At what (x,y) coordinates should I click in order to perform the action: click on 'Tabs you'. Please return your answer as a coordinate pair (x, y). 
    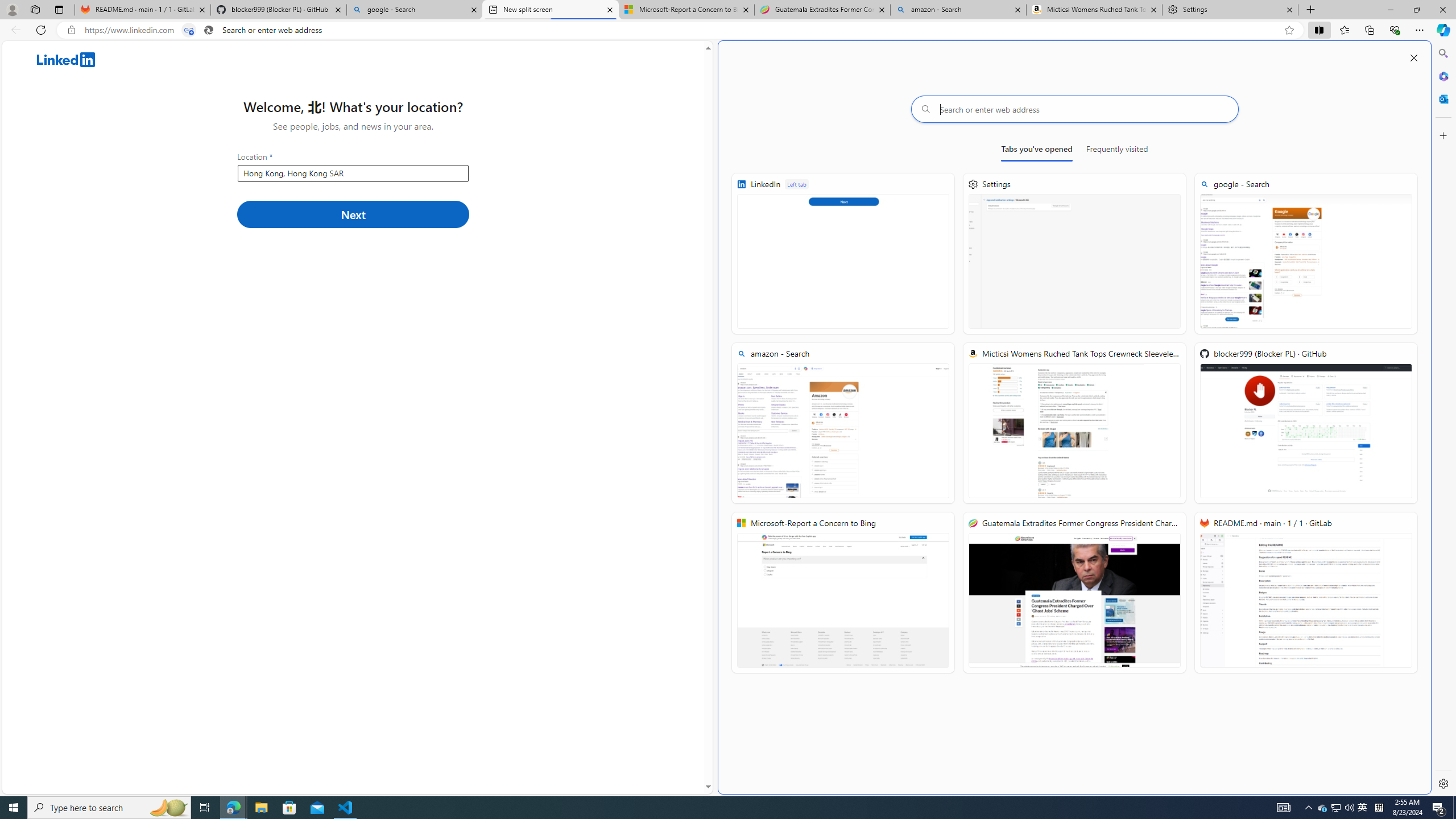
    Looking at the image, I should click on (1037, 151).